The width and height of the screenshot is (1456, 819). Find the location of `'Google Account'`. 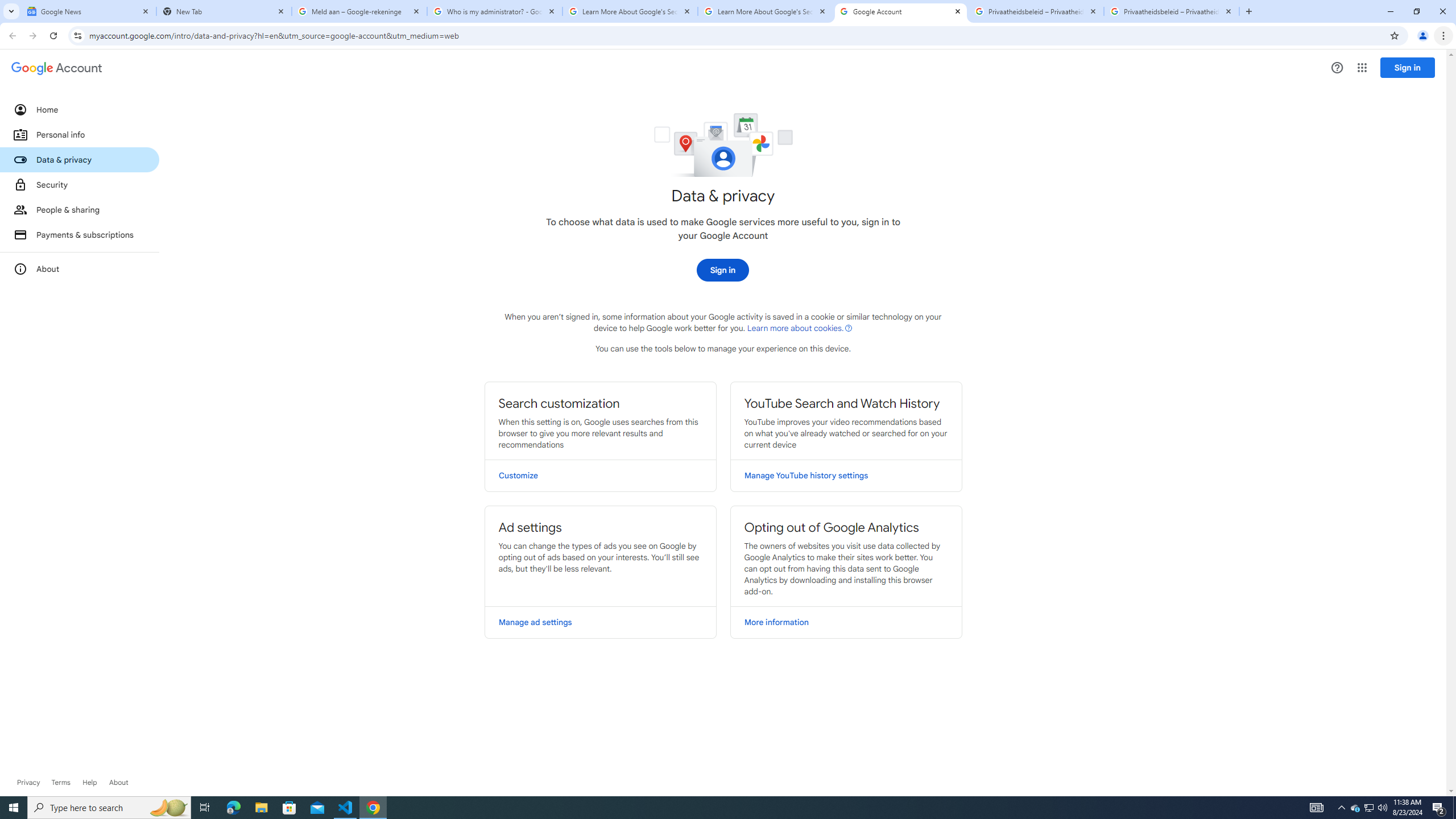

'Google Account' is located at coordinates (900, 11).